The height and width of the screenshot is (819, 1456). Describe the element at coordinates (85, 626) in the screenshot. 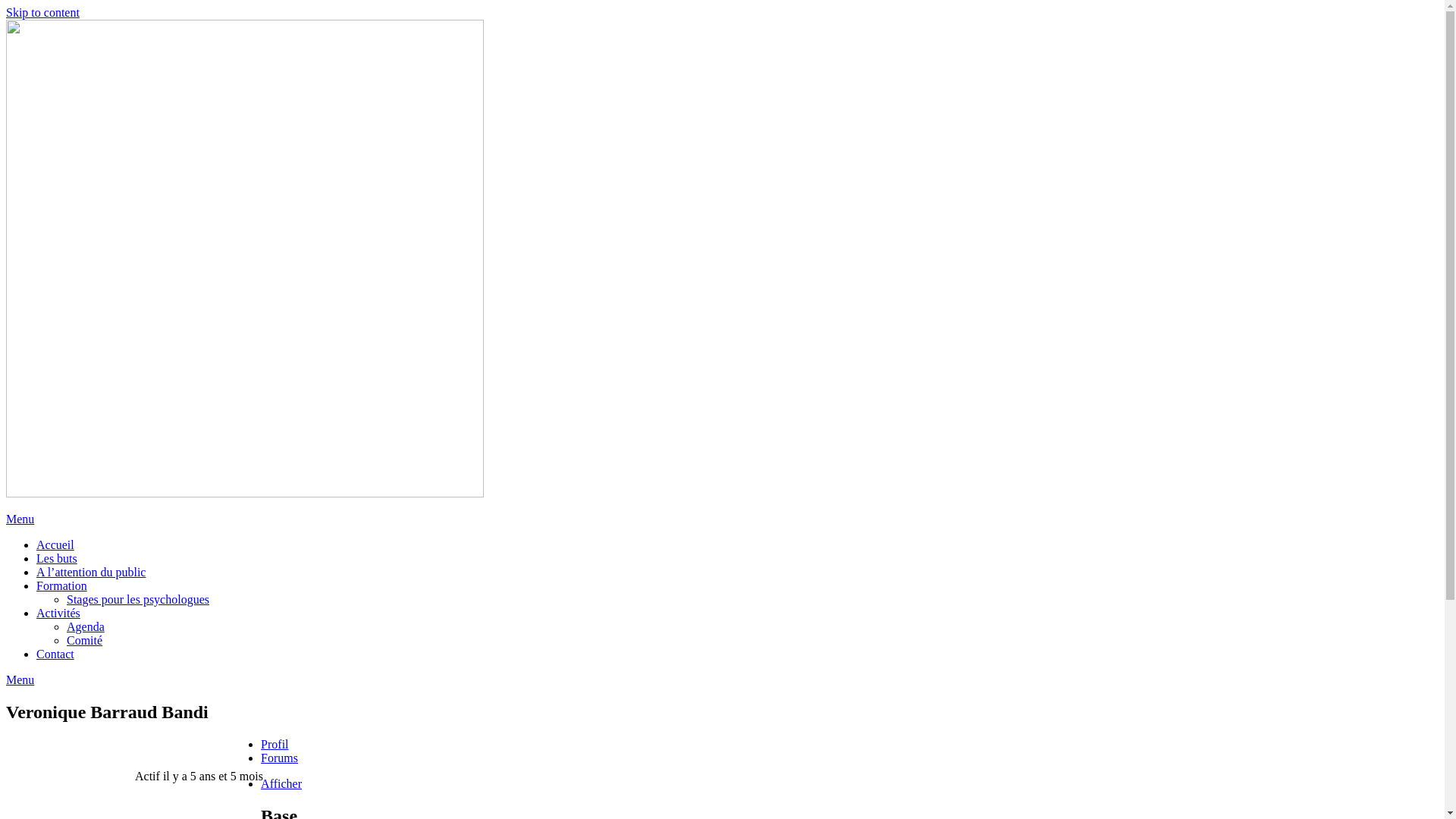

I see `'Agenda'` at that location.